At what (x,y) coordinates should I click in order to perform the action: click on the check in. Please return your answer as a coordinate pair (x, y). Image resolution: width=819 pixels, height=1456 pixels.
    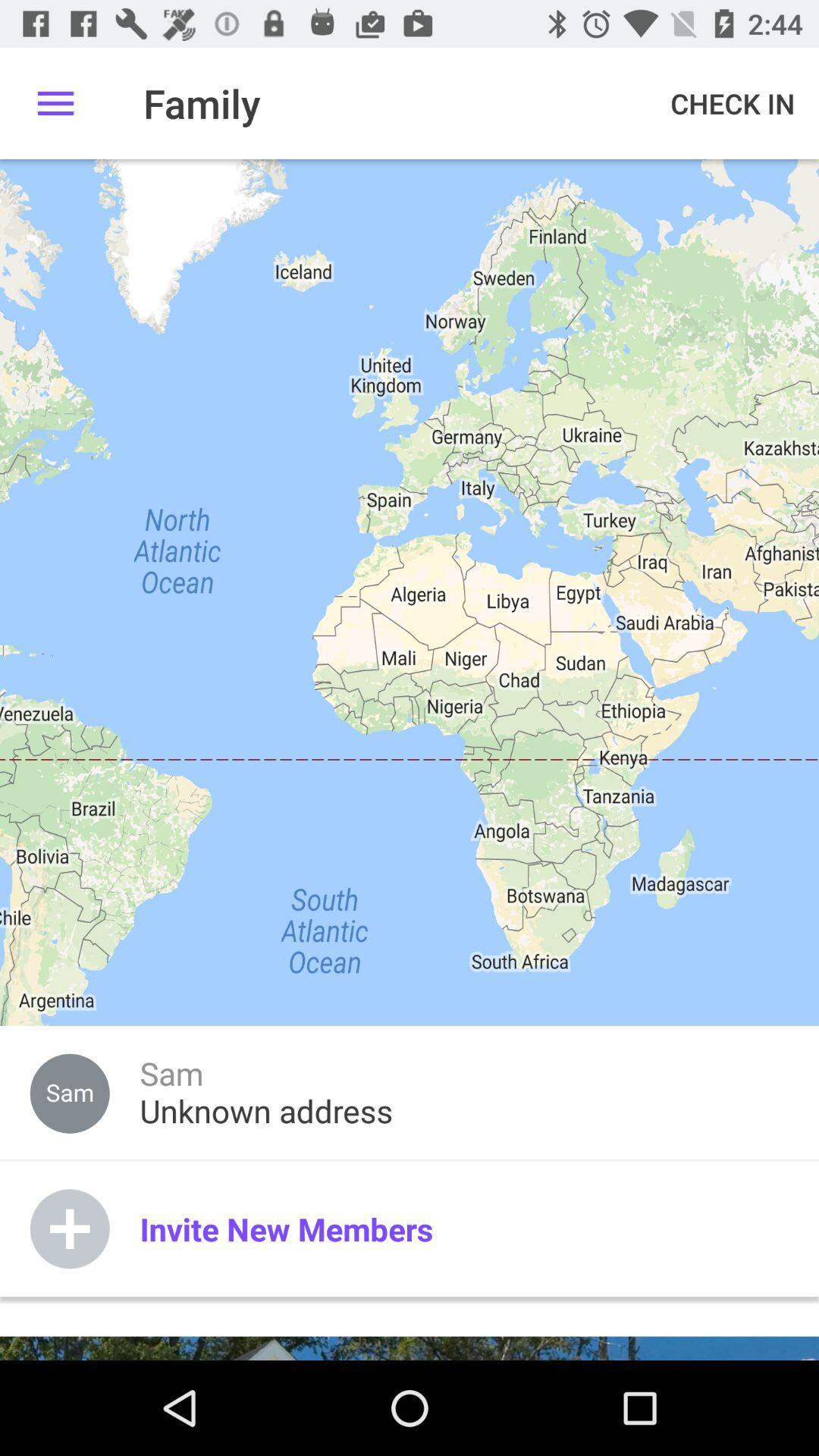
    Looking at the image, I should click on (732, 102).